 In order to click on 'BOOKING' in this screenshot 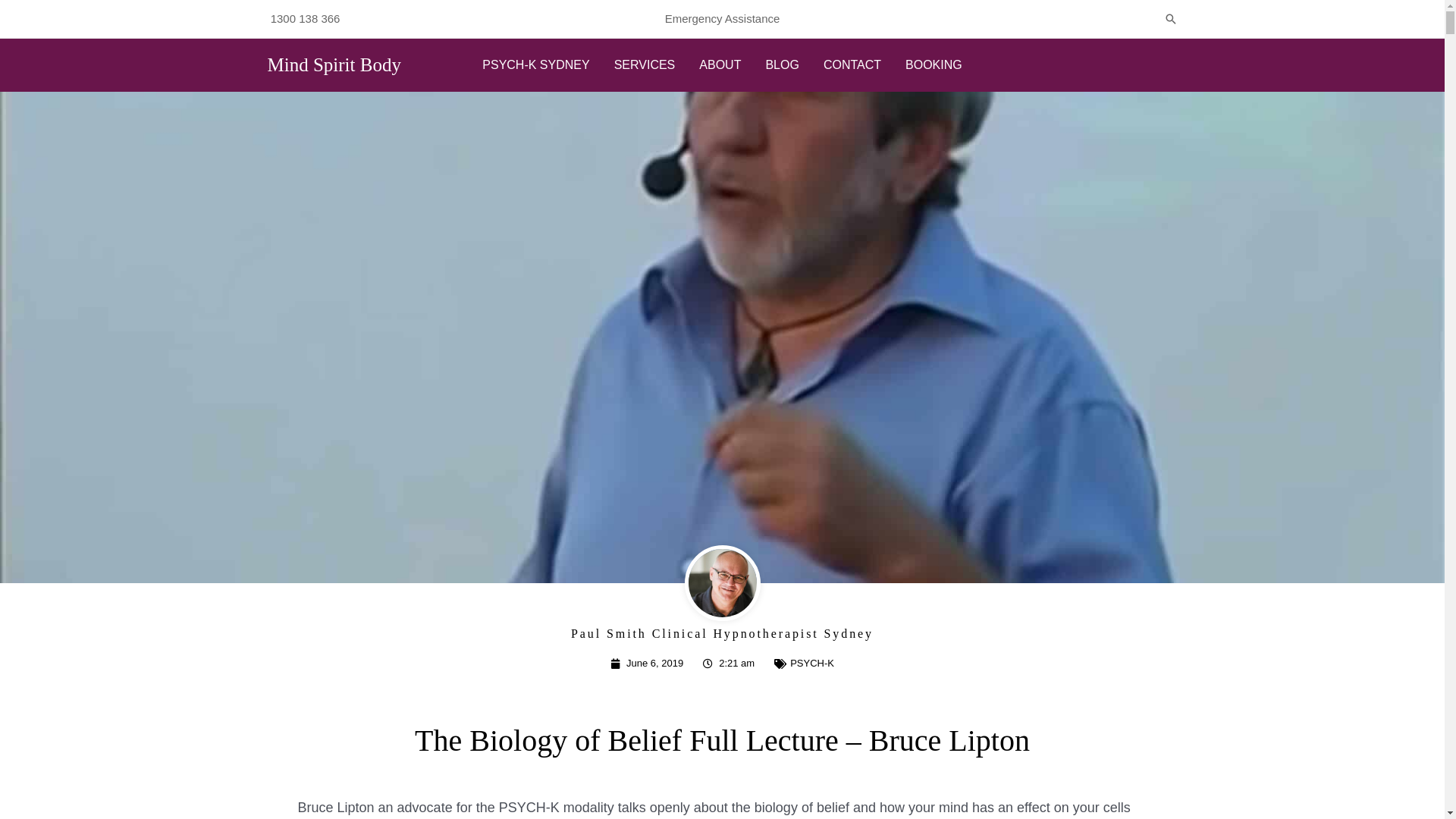, I will do `click(933, 64)`.